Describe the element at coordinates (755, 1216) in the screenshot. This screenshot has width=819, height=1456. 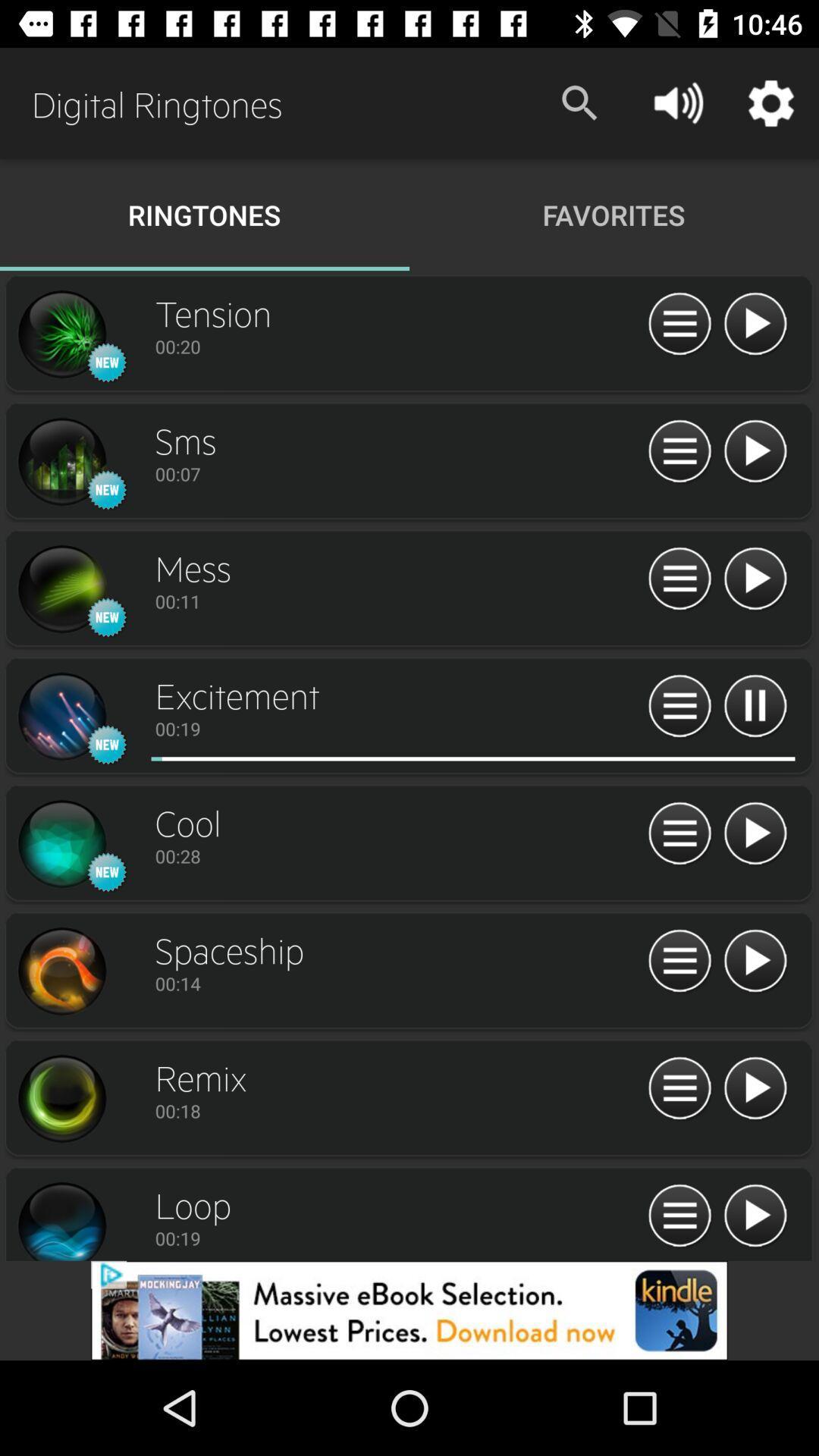
I see `button for ringtone loop` at that location.